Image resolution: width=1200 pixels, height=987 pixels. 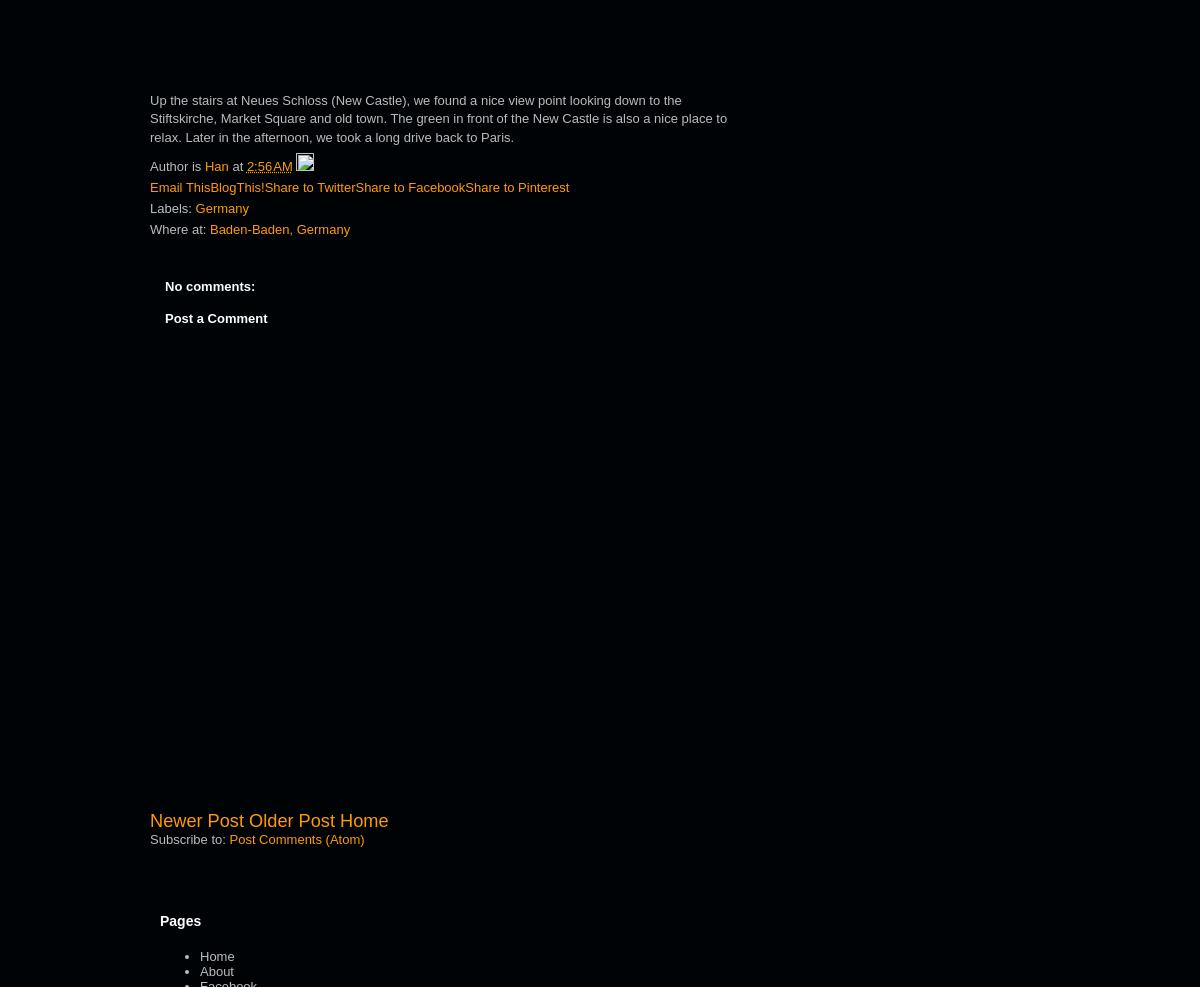 I want to click on 'Newer Post', so click(x=196, y=819).